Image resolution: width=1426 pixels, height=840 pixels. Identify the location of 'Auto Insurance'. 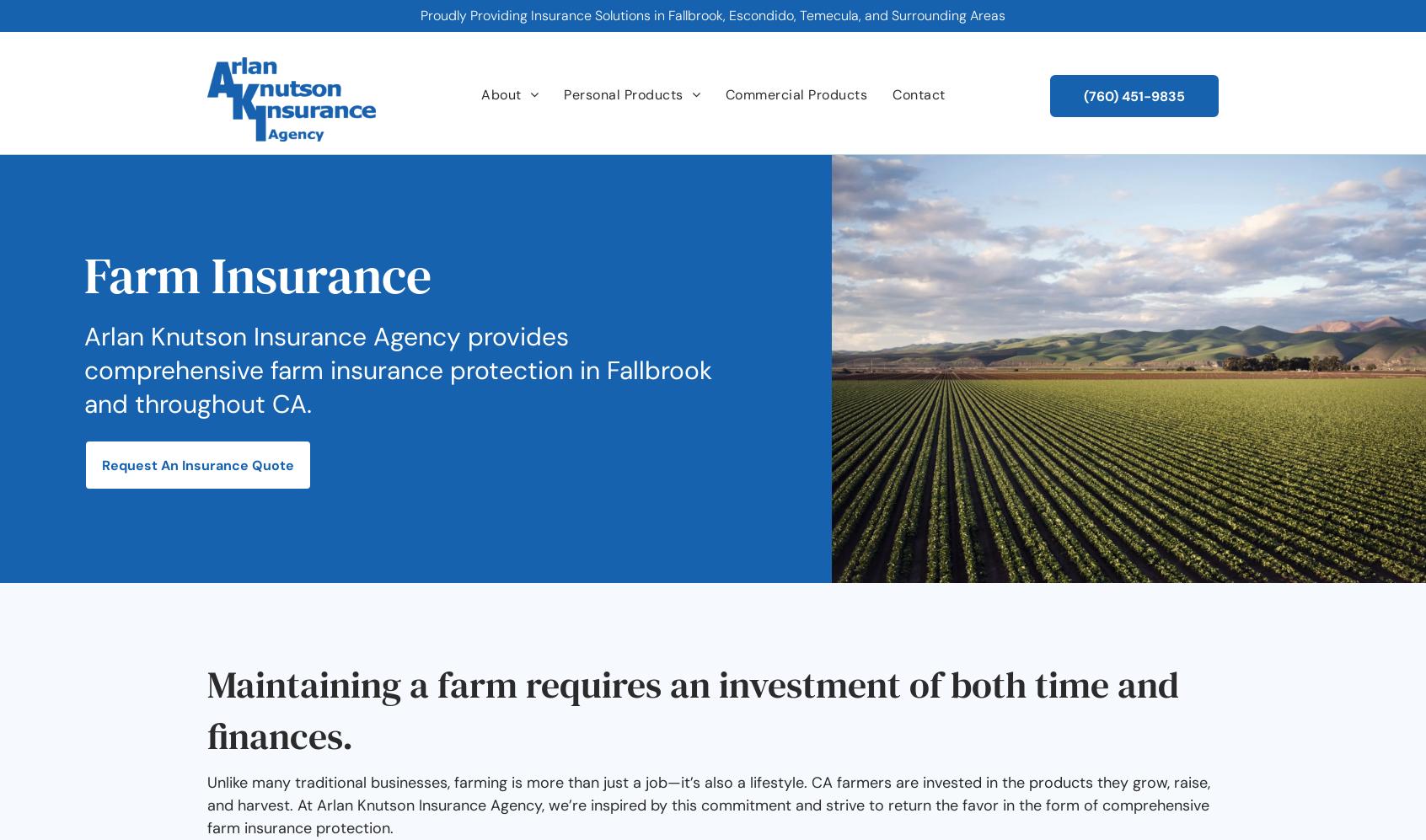
(576, 161).